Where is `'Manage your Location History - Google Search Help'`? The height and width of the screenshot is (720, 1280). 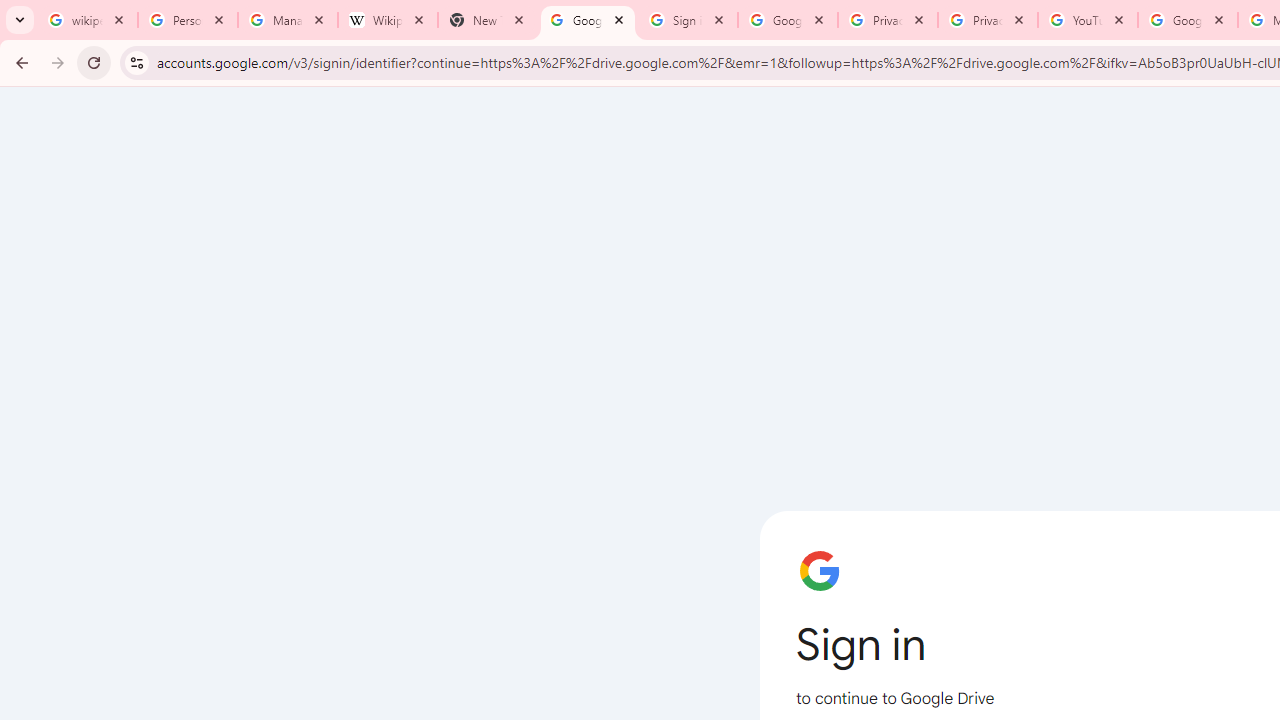 'Manage your Location History - Google Search Help' is located at coordinates (287, 20).